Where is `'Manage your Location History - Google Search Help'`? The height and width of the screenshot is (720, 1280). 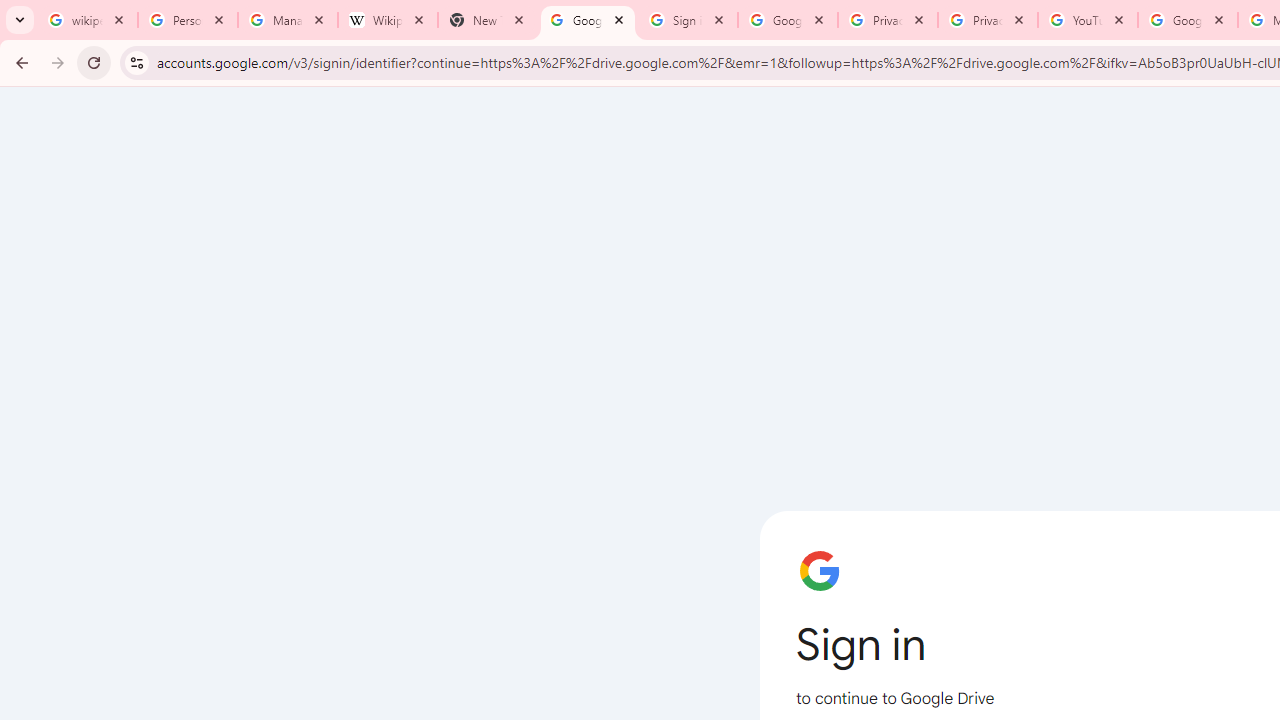 'Manage your Location History - Google Search Help' is located at coordinates (287, 20).